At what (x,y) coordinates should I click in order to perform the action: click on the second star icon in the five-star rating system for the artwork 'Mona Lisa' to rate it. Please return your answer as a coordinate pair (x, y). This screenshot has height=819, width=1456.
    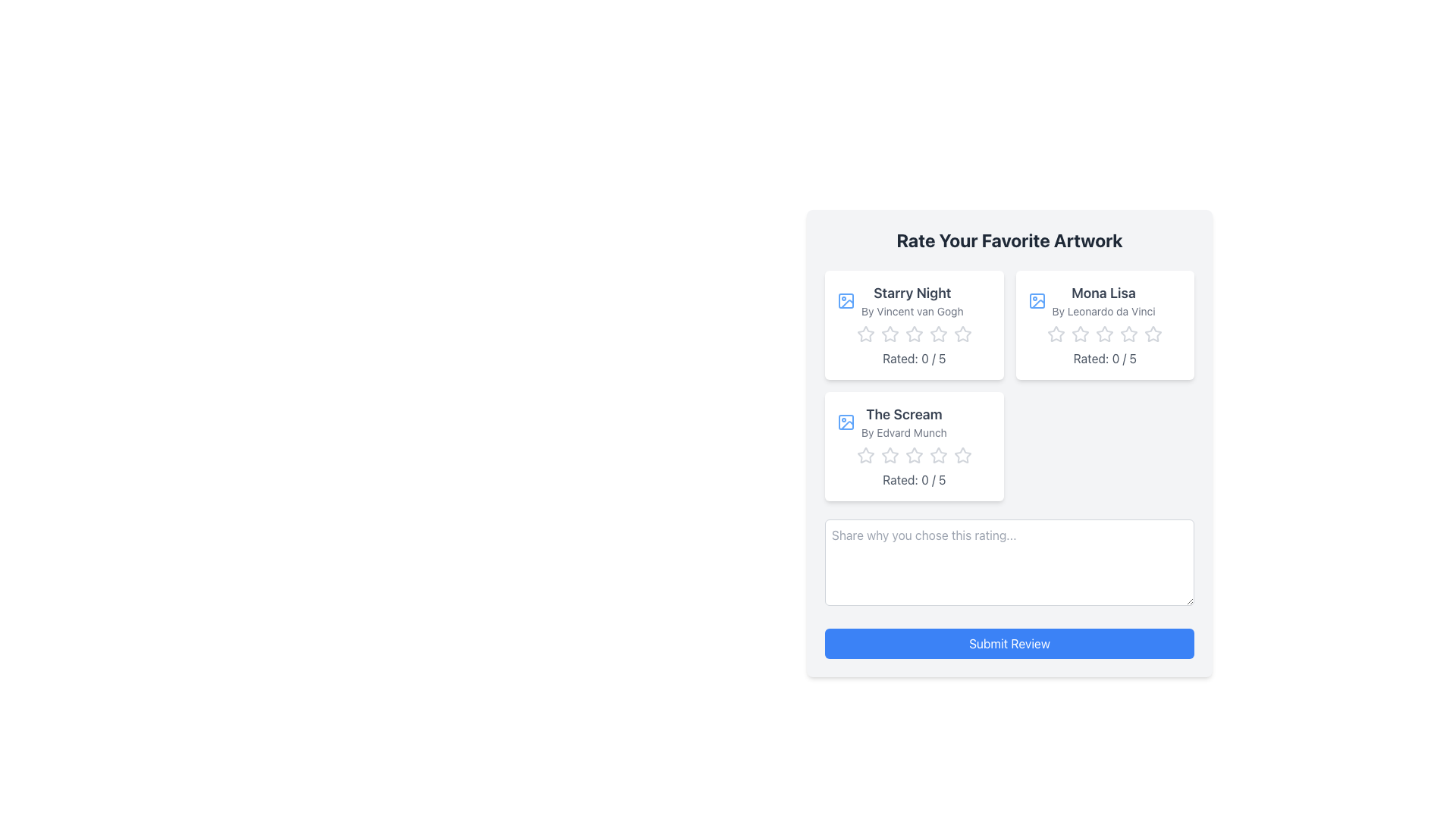
    Looking at the image, I should click on (1105, 332).